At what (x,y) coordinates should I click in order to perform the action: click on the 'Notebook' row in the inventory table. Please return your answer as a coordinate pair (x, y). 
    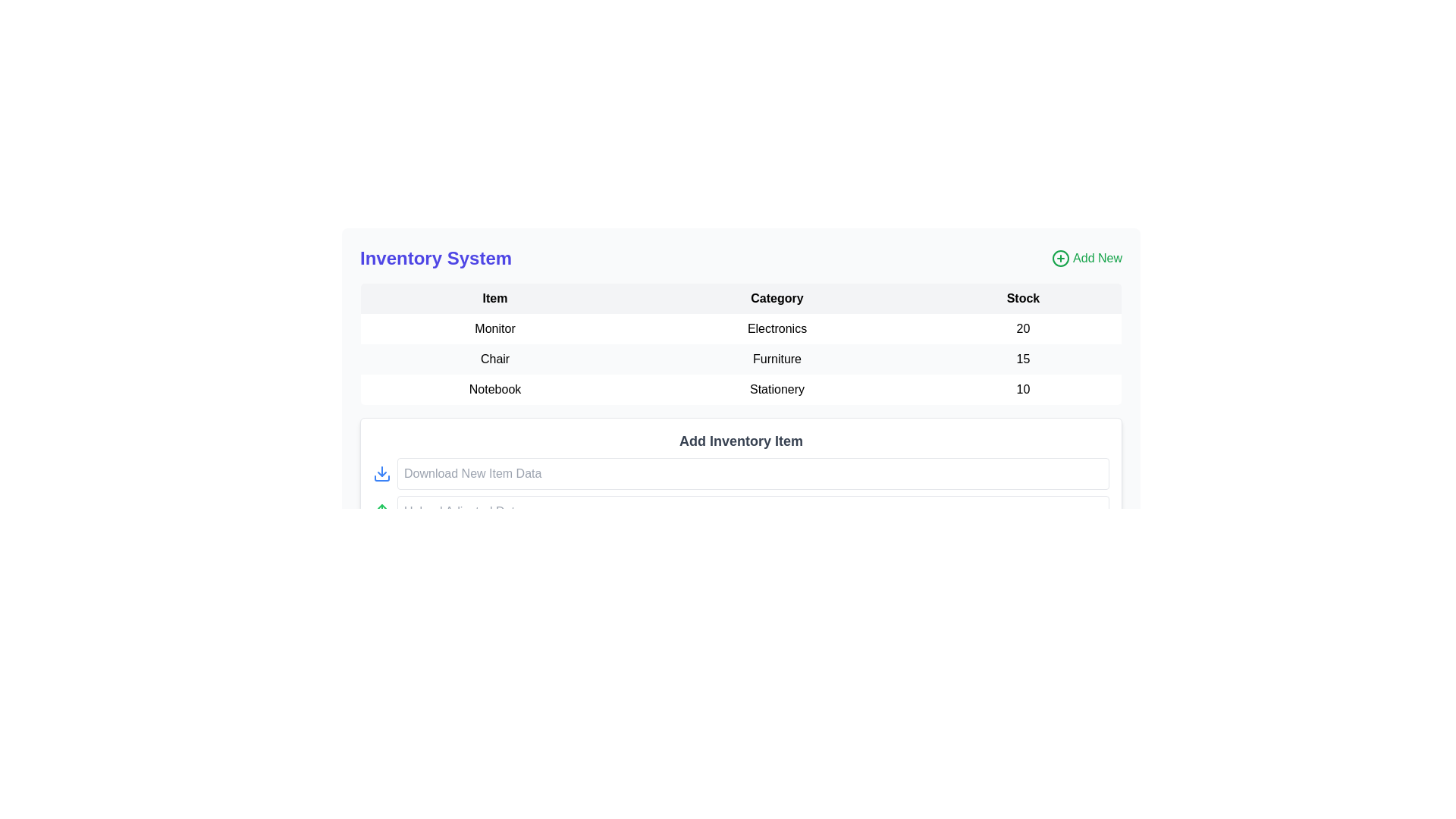
    Looking at the image, I should click on (741, 389).